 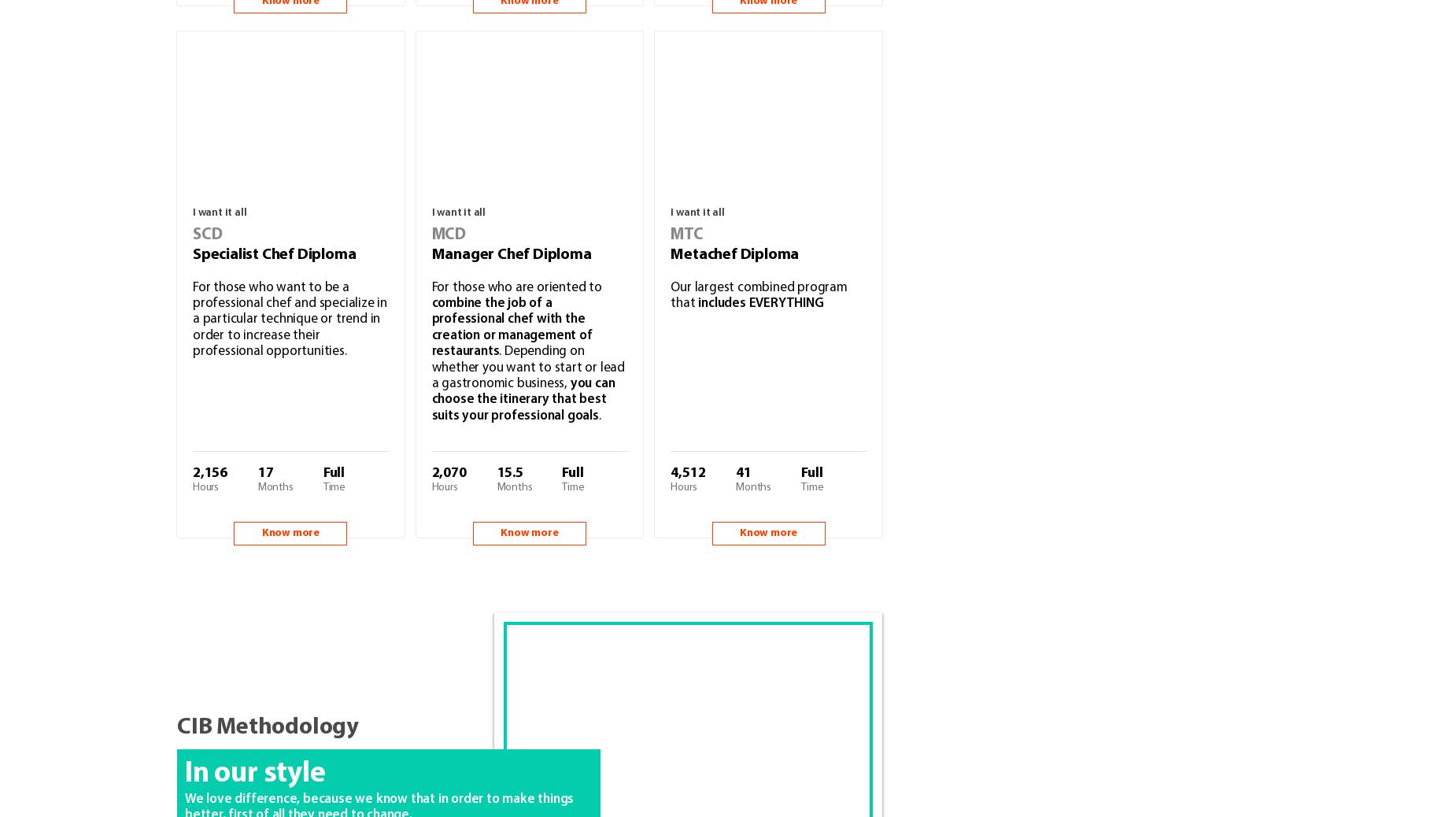 What do you see at coordinates (206, 234) in the screenshot?
I see `'SCD'` at bounding box center [206, 234].